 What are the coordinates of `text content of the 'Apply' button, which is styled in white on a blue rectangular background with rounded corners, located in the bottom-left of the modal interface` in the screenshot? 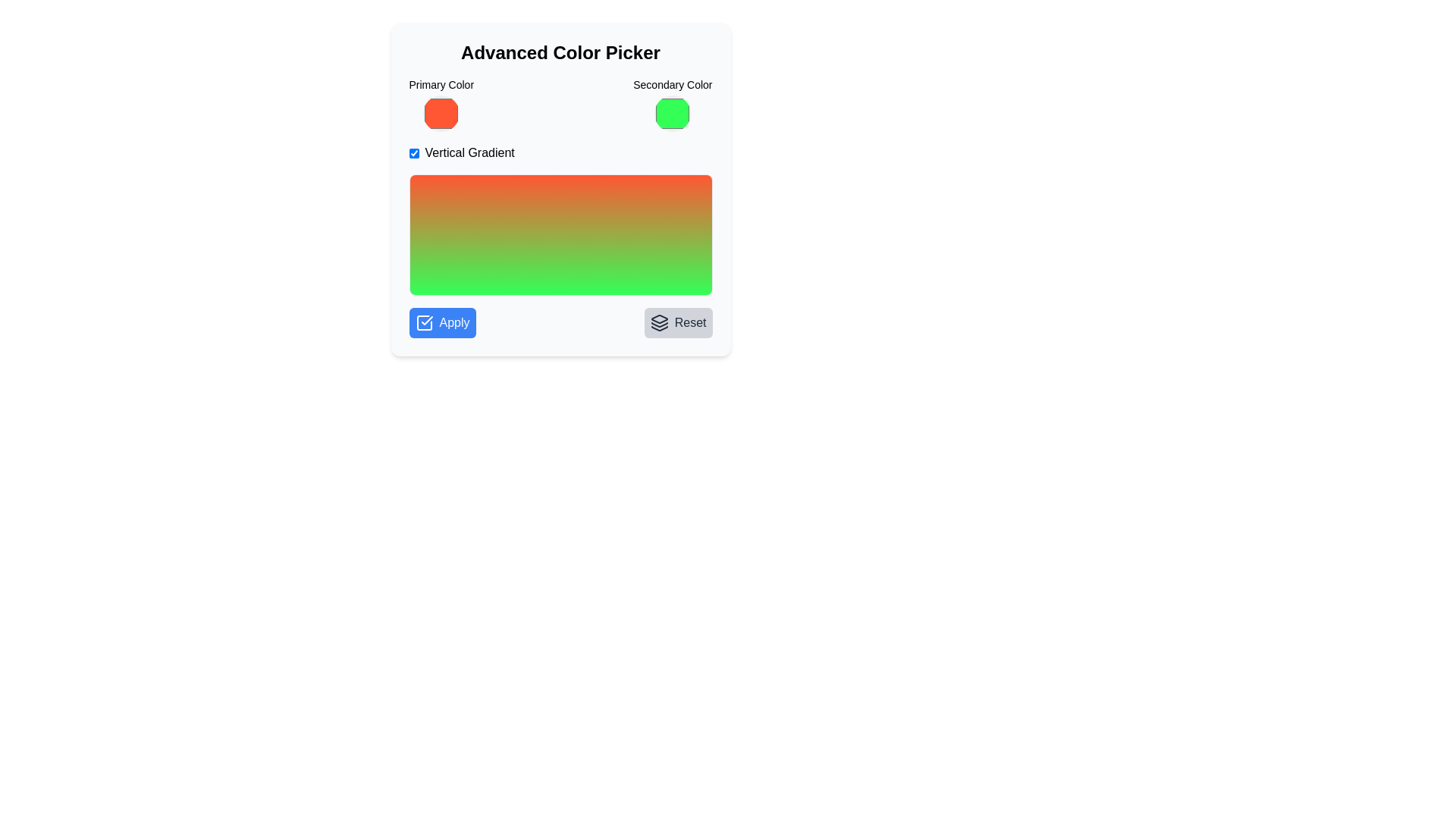 It's located at (453, 322).